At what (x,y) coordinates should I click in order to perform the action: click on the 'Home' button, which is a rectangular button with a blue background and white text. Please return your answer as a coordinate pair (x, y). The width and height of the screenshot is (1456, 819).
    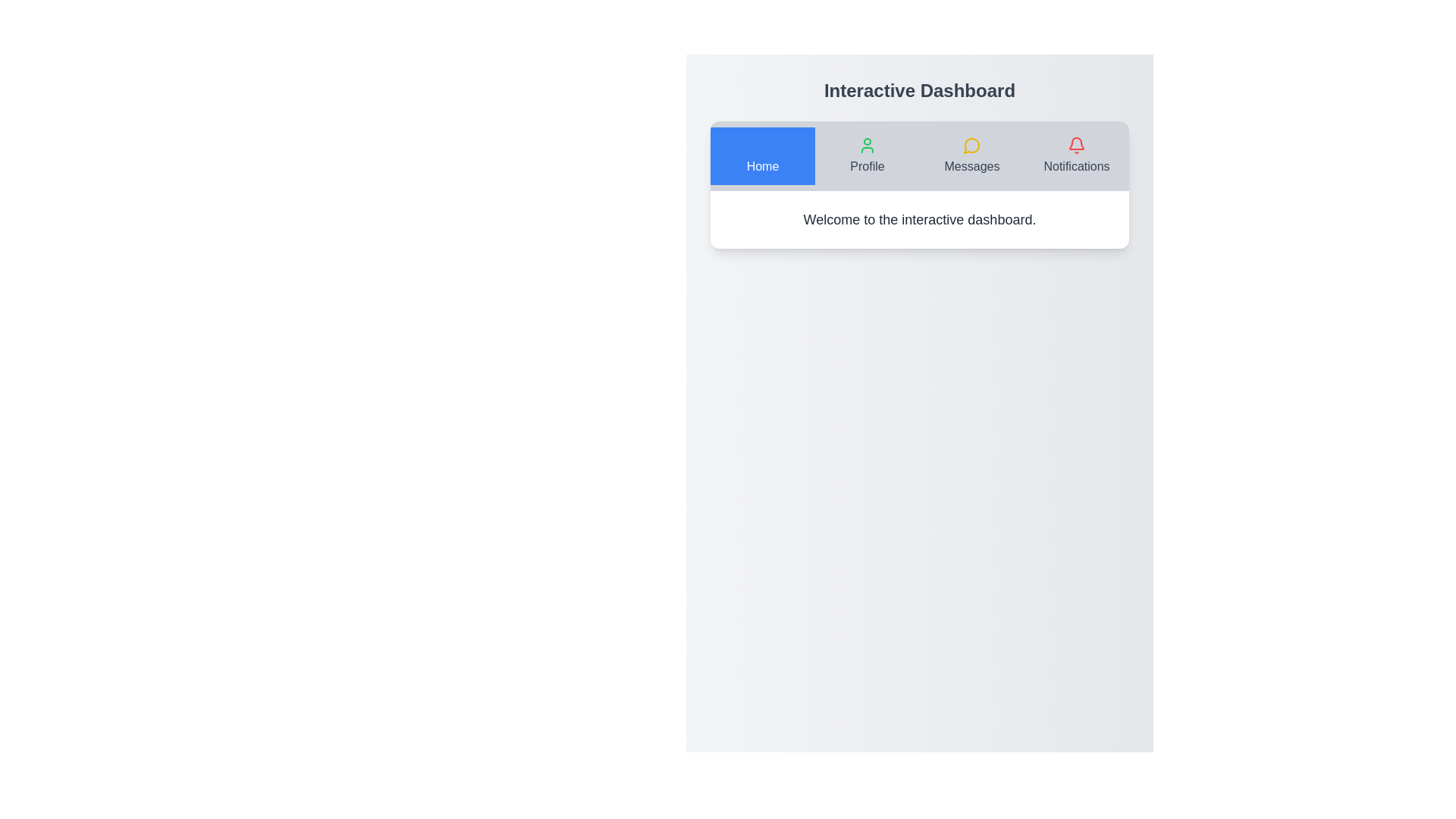
    Looking at the image, I should click on (763, 155).